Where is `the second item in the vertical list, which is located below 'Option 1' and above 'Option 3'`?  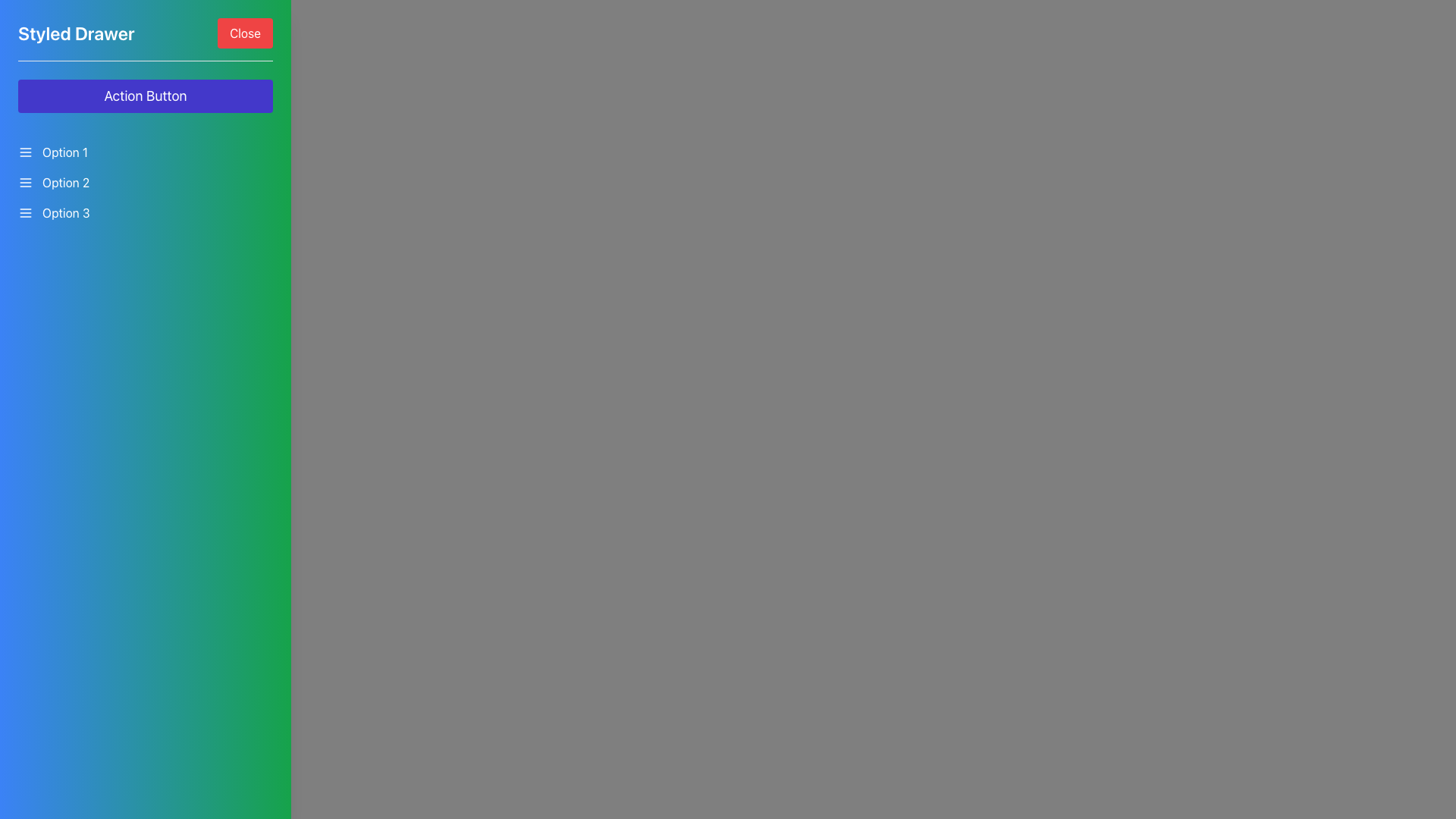
the second item in the vertical list, which is located below 'Option 1' and above 'Option 3' is located at coordinates (146, 181).